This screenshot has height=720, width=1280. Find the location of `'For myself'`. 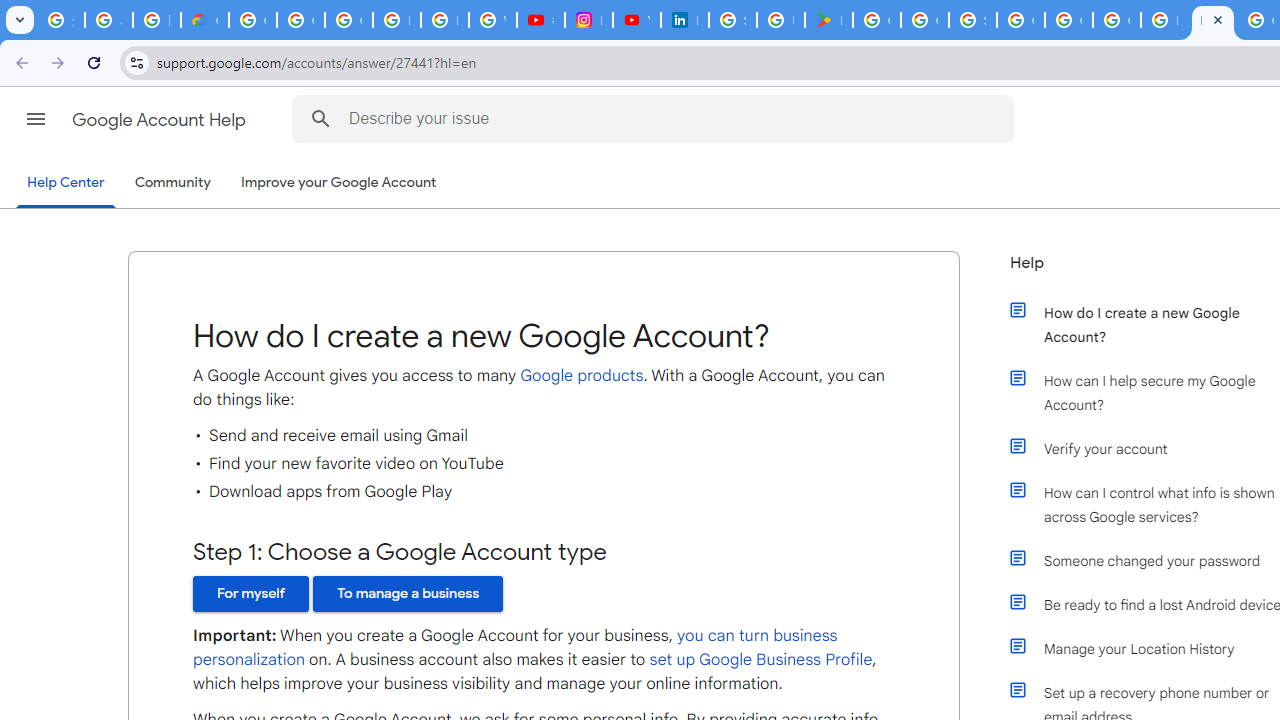

'For myself' is located at coordinates (250, 593).